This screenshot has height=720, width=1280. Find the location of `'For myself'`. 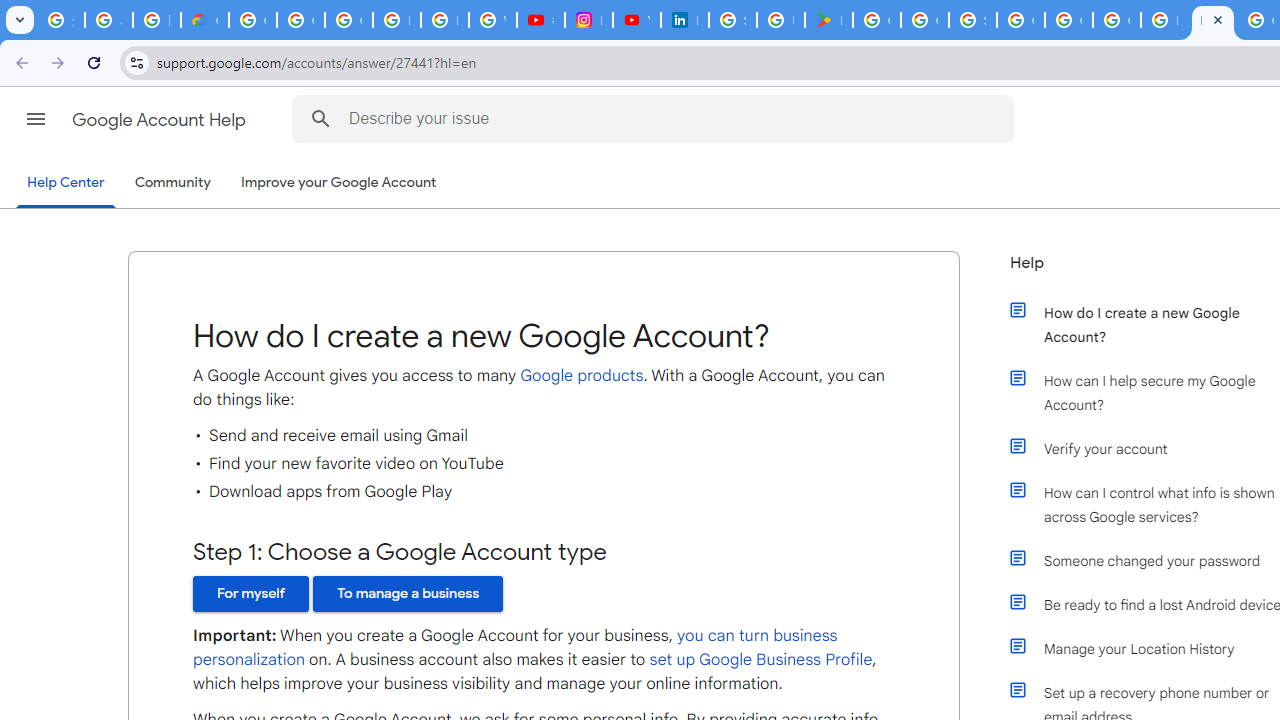

'For myself' is located at coordinates (250, 593).